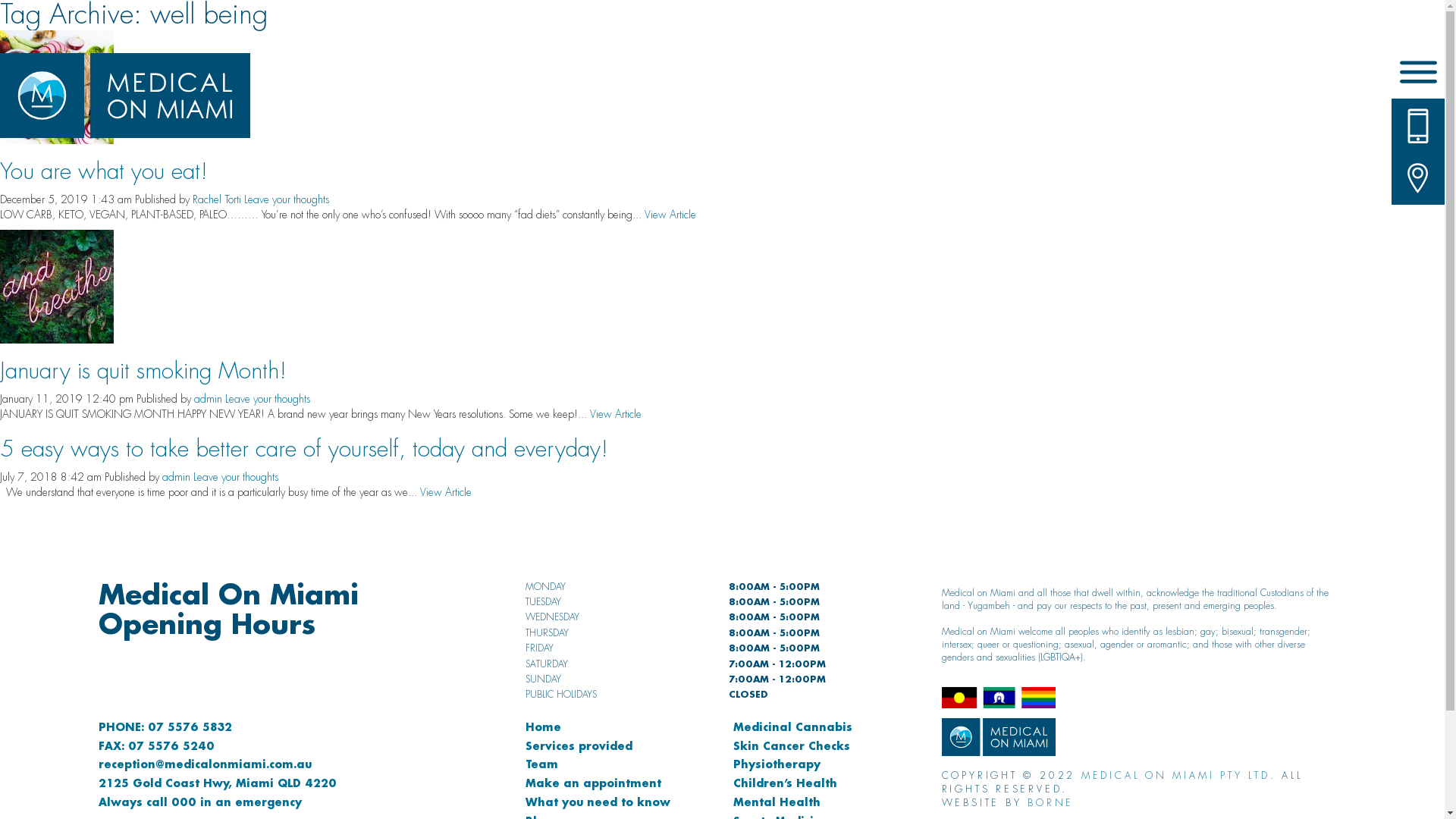 This screenshot has height=819, width=1456. I want to click on 'Mental Health', so click(777, 801).